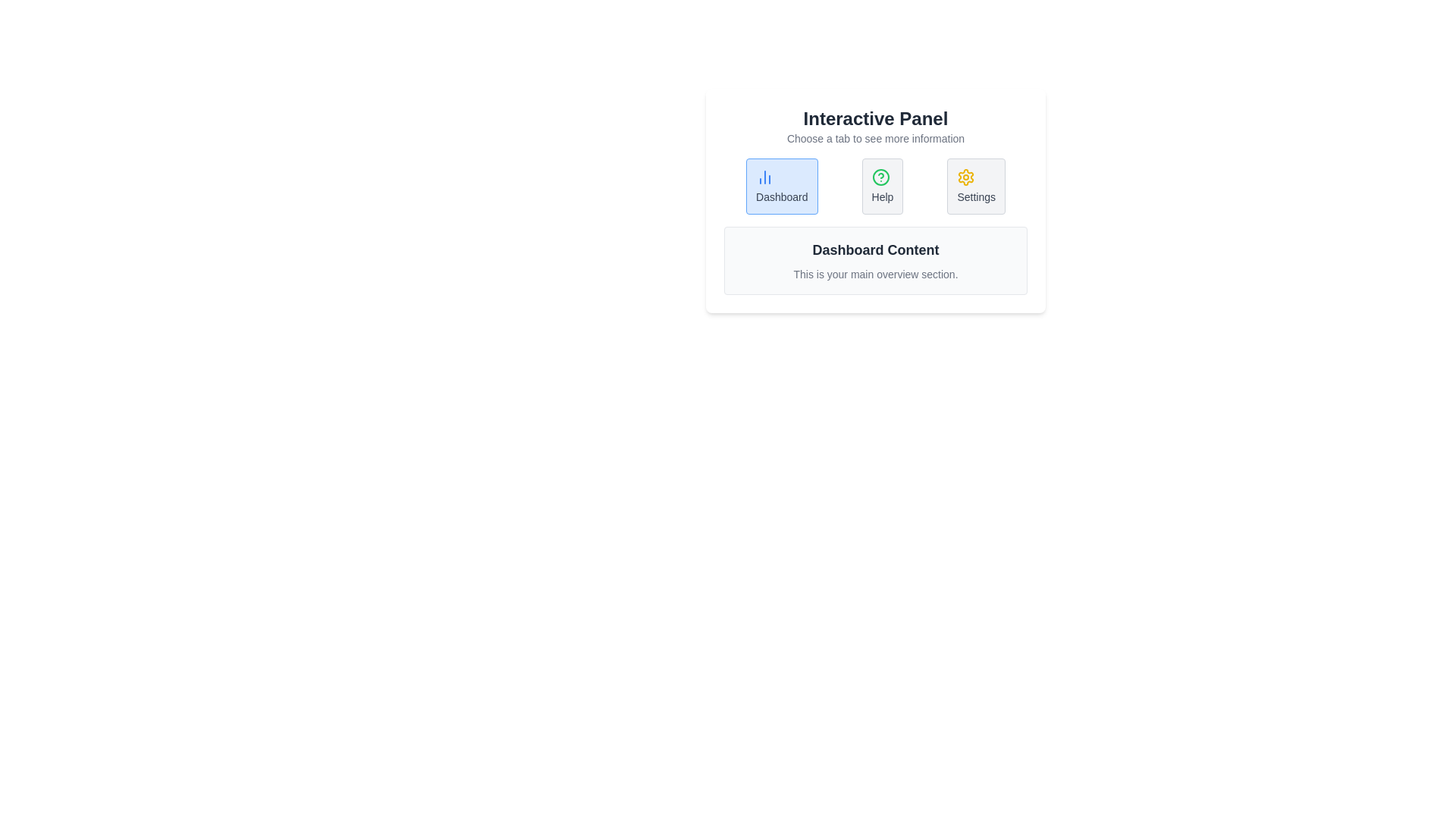  What do you see at coordinates (965, 177) in the screenshot?
I see `the gear icon located within the 'Settings' card, positioned above the 'Settings' label text in the bottom right of the interface` at bounding box center [965, 177].